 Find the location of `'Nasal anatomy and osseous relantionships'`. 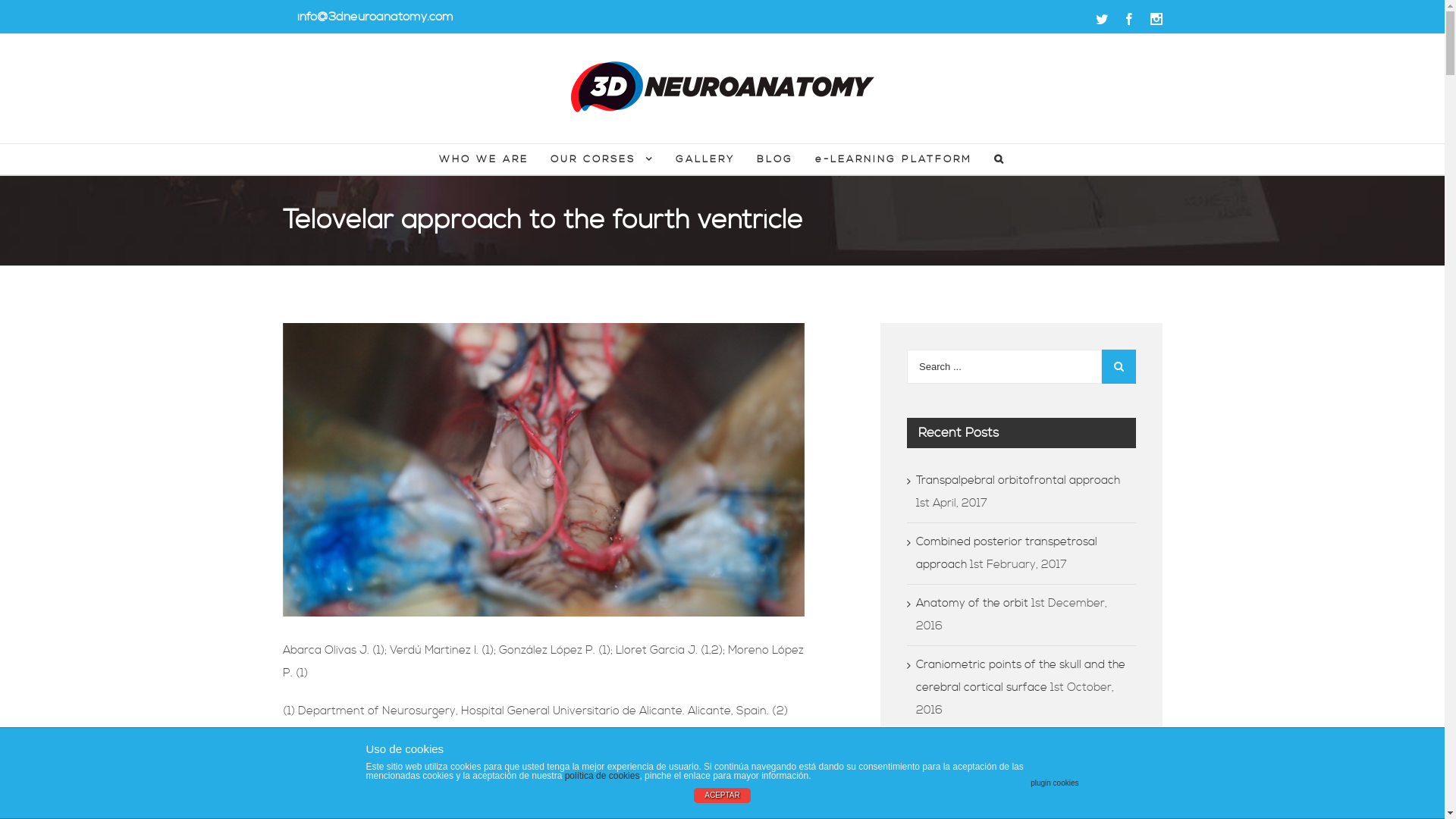

'Nasal anatomy and osseous relantionships' is located at coordinates (991, 760).